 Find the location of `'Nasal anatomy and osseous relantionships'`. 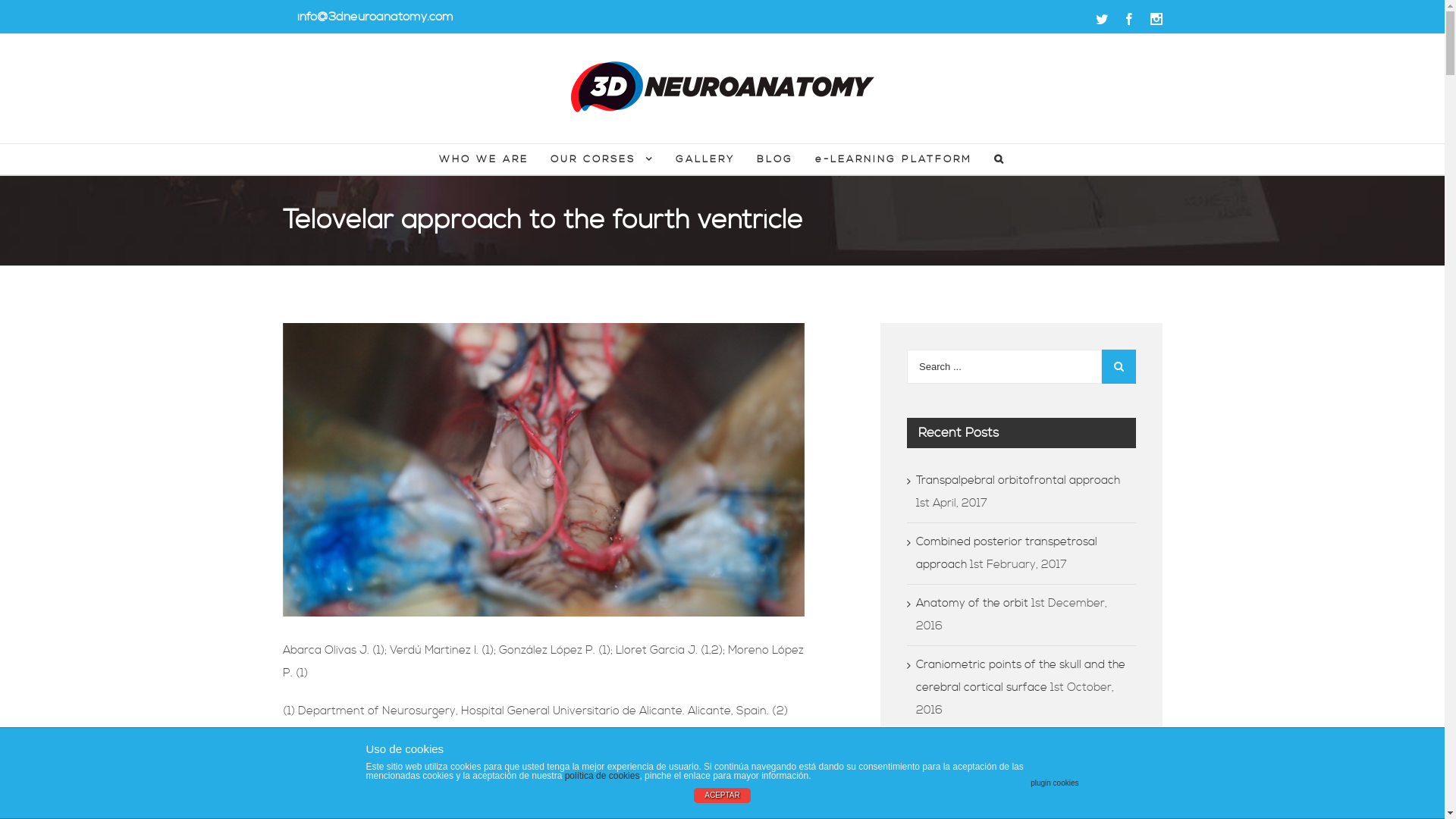

'Nasal anatomy and osseous relantionships' is located at coordinates (991, 760).